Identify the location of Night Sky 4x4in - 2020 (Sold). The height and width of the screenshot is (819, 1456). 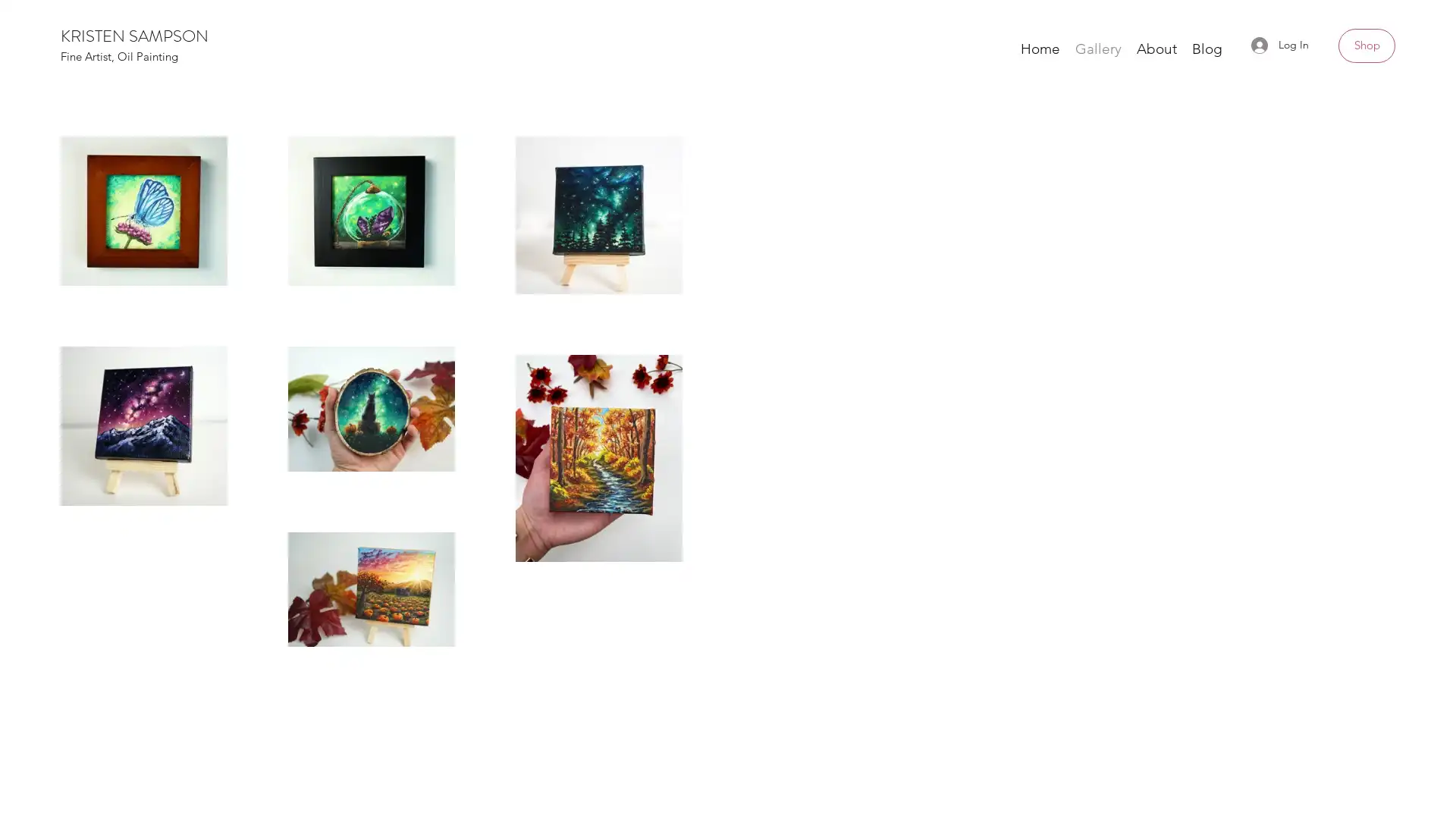
(1192, 326).